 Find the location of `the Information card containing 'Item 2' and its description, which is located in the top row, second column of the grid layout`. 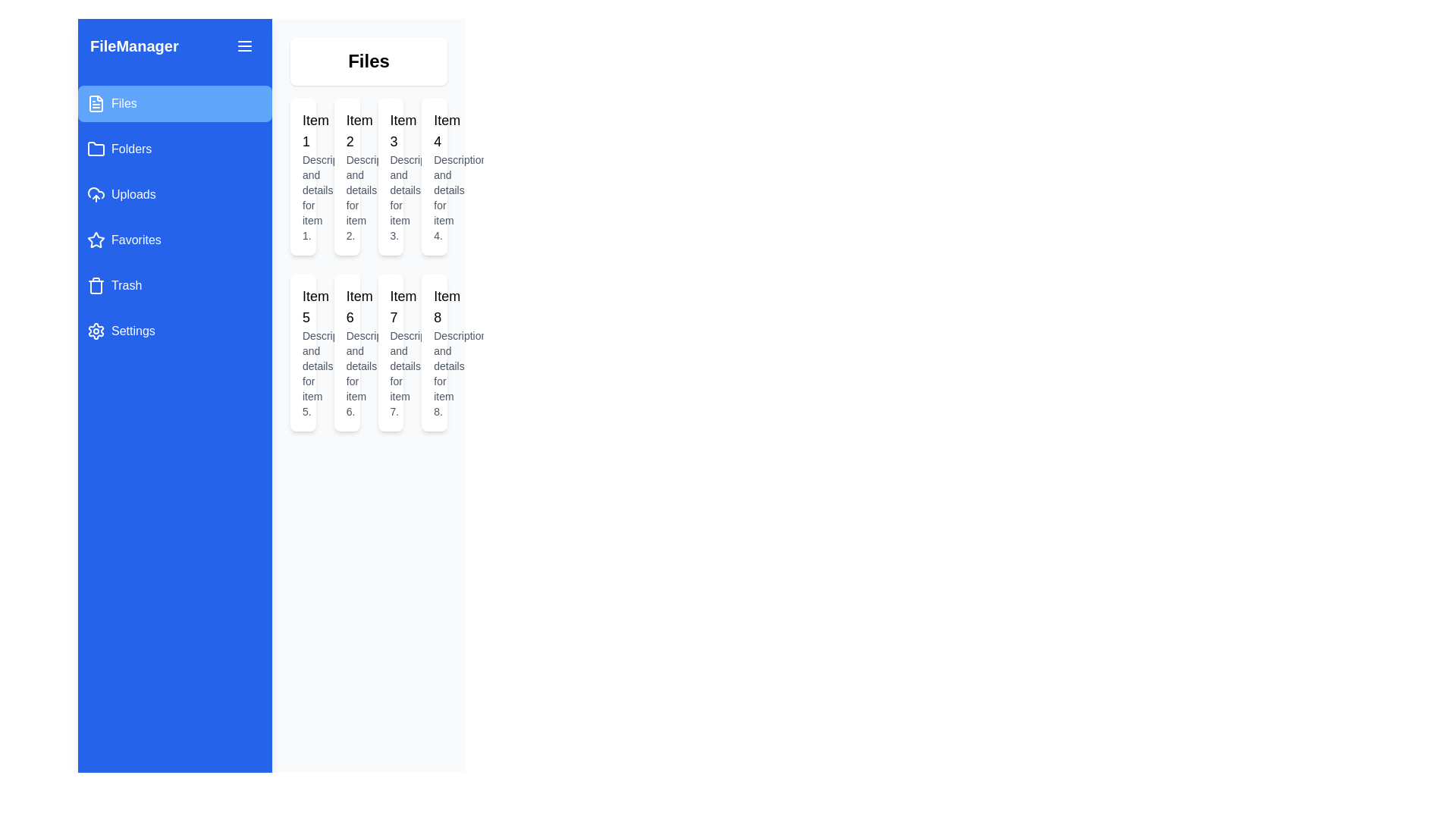

the Information card containing 'Item 2' and its description, which is located in the top row, second column of the grid layout is located at coordinates (346, 175).